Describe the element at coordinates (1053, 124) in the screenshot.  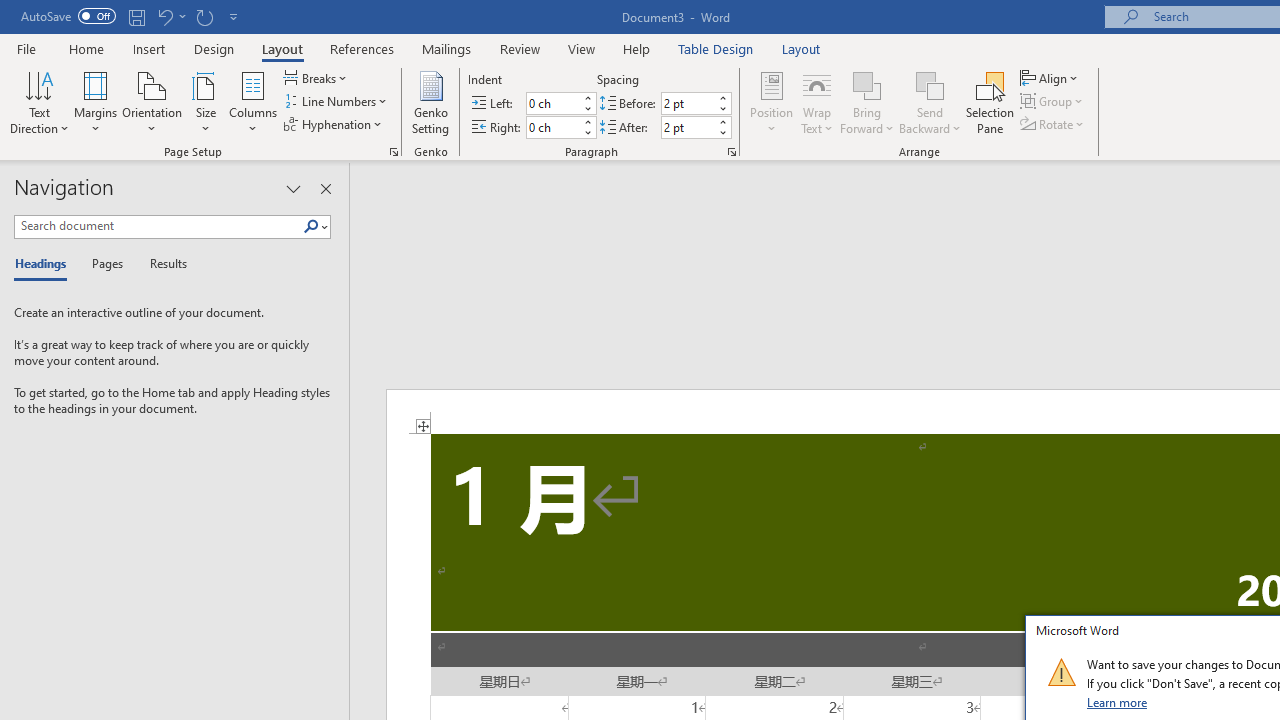
I see `'Rotate'` at that location.